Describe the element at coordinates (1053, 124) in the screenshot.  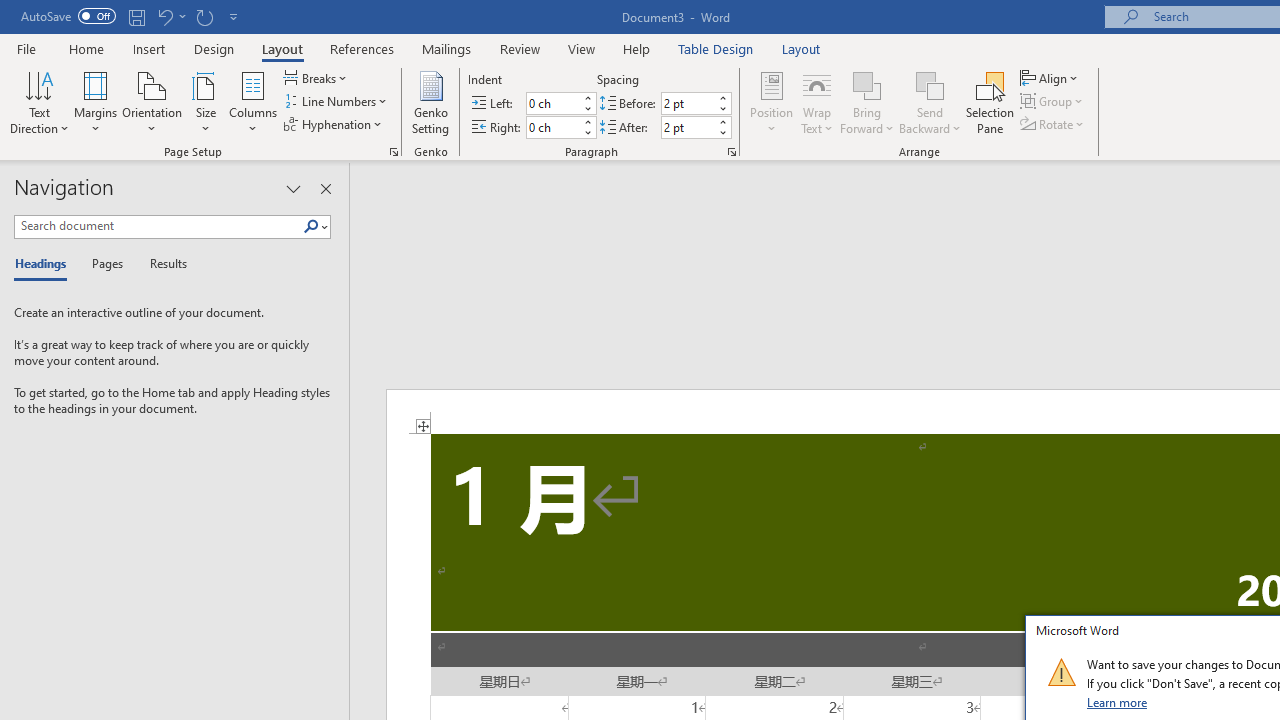
I see `'Rotate'` at that location.